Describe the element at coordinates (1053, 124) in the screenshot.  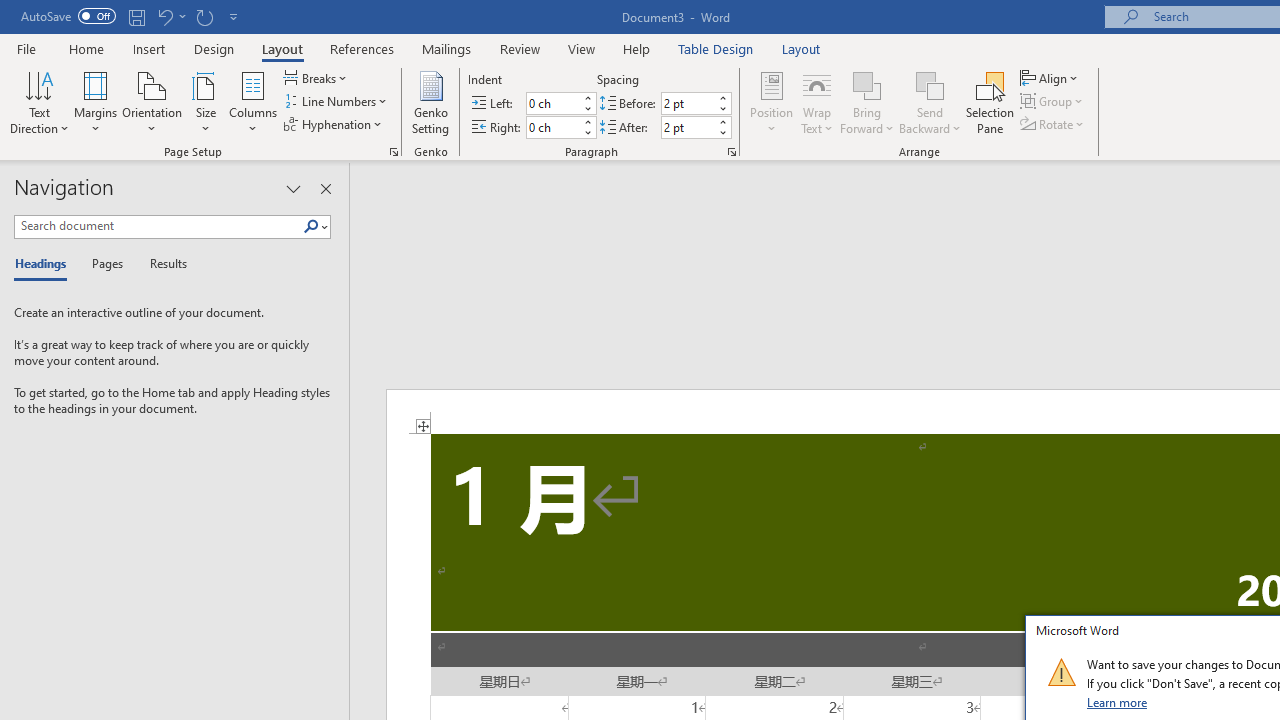
I see `'Rotate'` at that location.